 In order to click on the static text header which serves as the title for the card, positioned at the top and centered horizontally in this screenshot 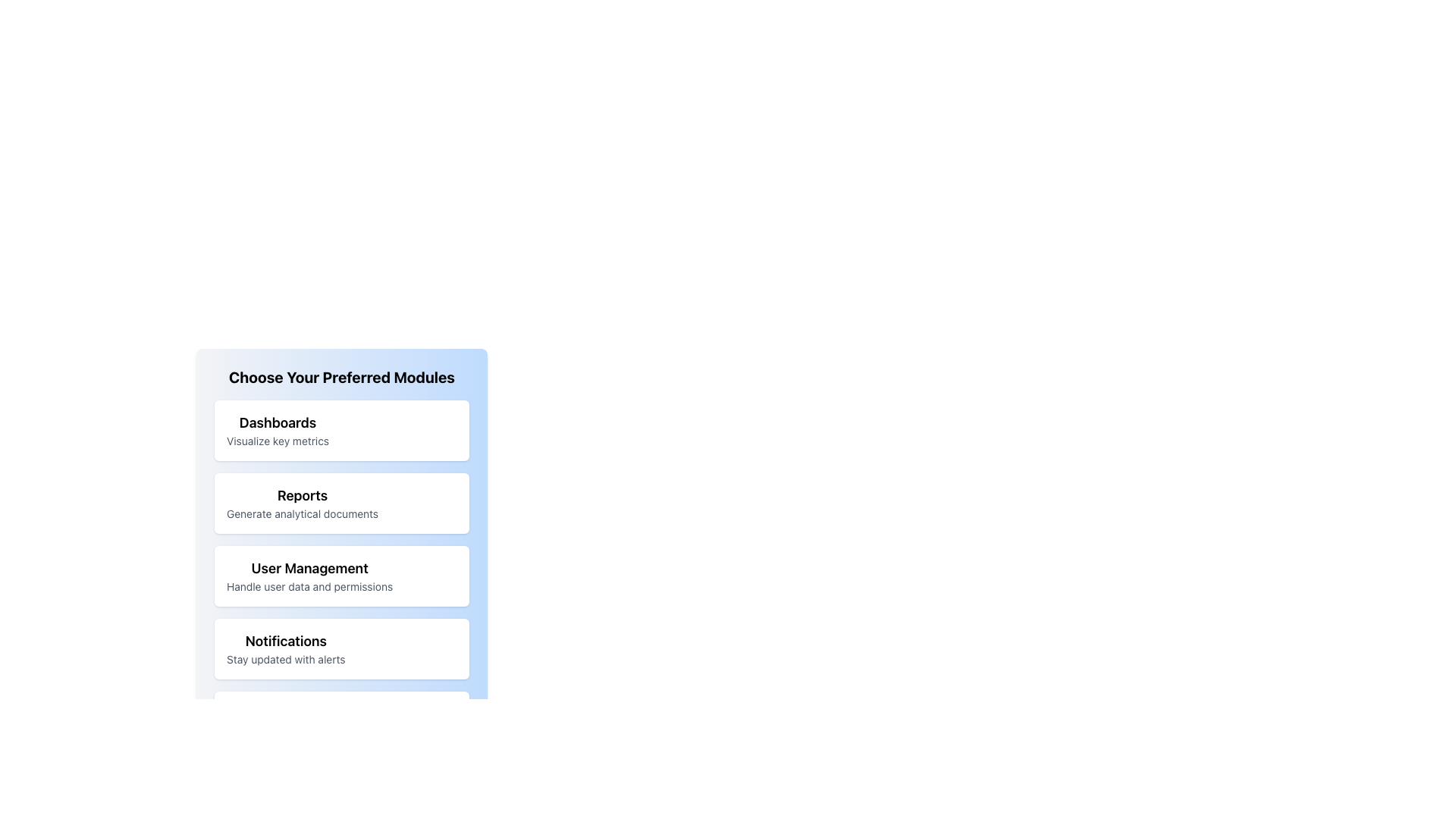, I will do `click(341, 376)`.